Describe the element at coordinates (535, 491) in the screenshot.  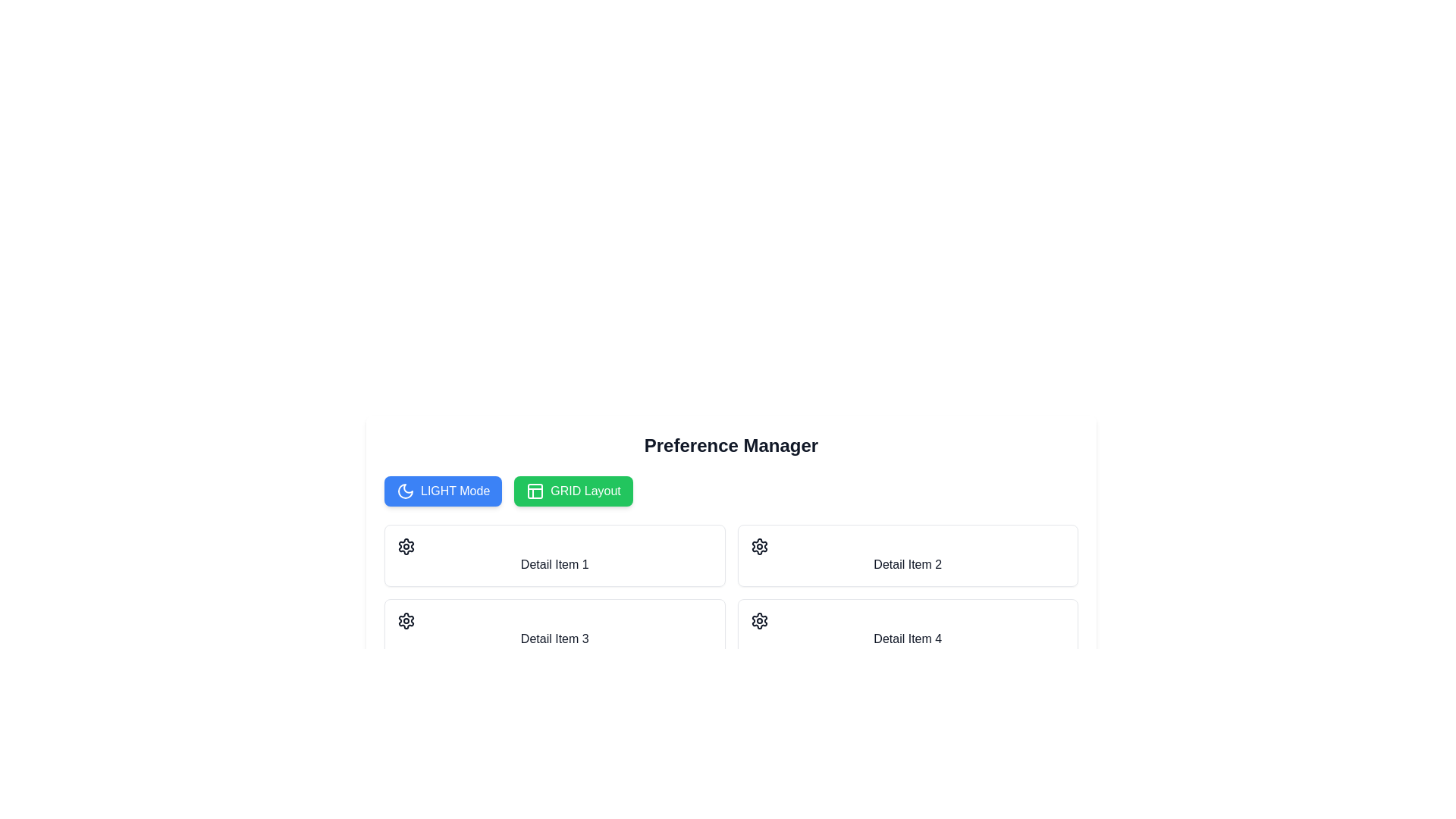
I see `the green rounded square icon located within the 'GRID Layout' button, positioned near the left-central region of the button, to understand the button's purpose` at that location.